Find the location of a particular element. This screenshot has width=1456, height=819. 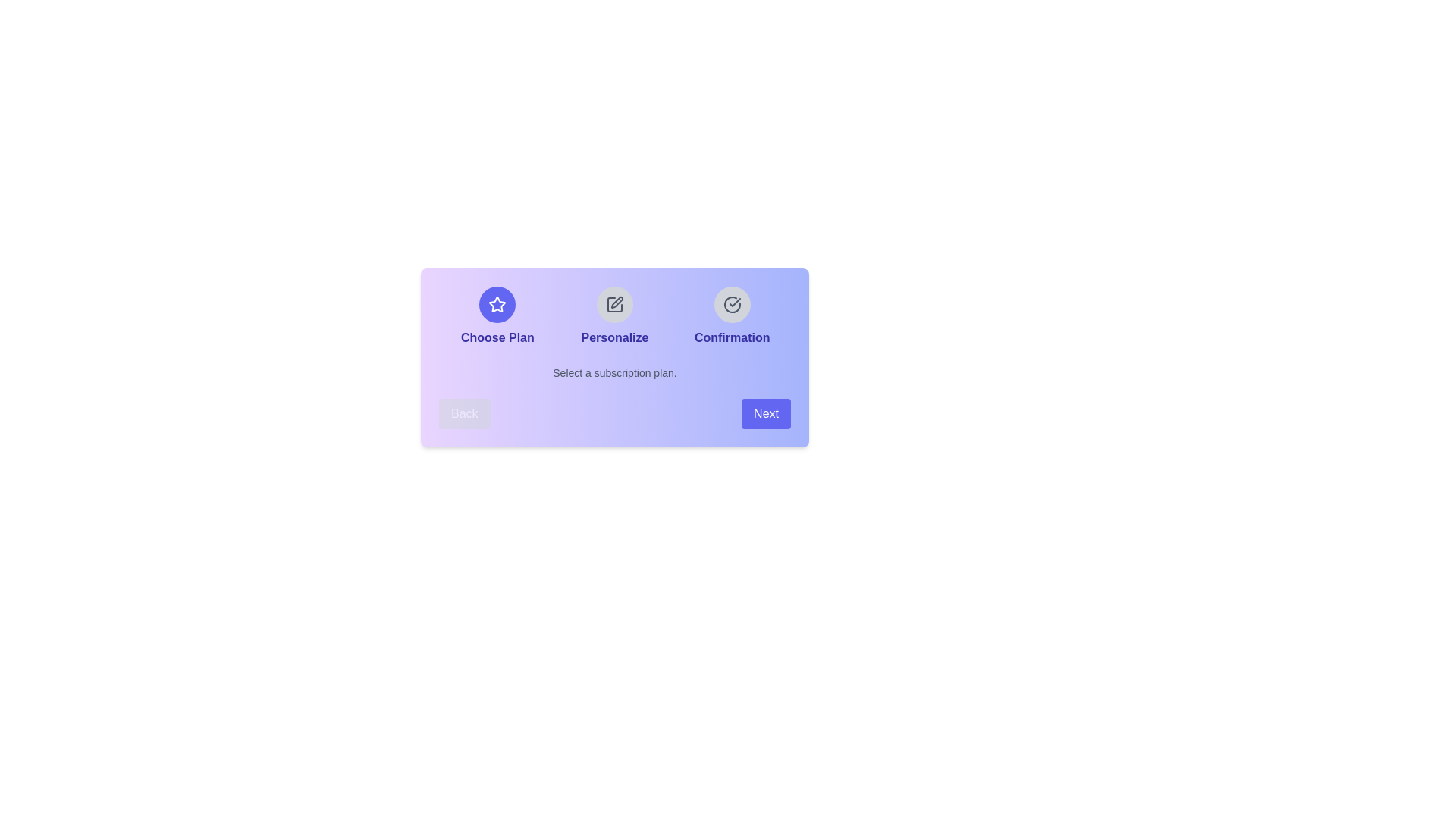

the step icon corresponding to Personalize to view its details is located at coordinates (615, 304).